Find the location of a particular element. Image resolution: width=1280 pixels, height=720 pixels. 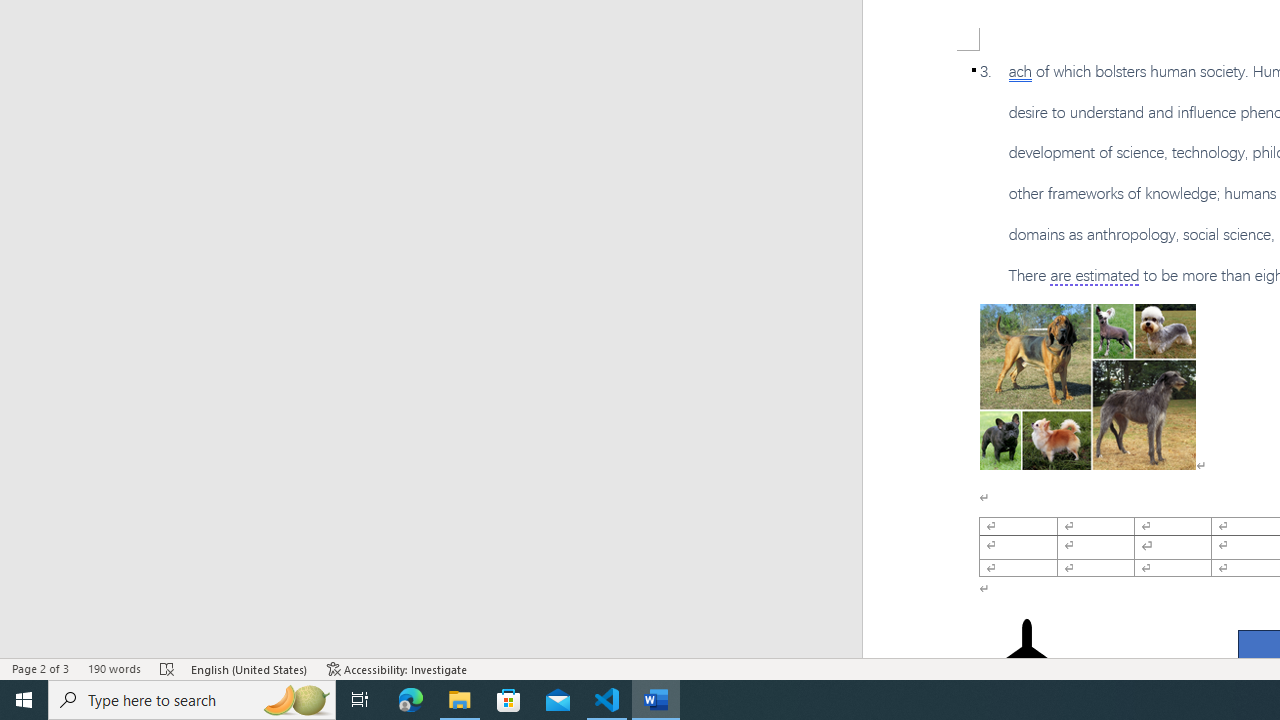

'Page Number Page 2 of 3' is located at coordinates (40, 669).